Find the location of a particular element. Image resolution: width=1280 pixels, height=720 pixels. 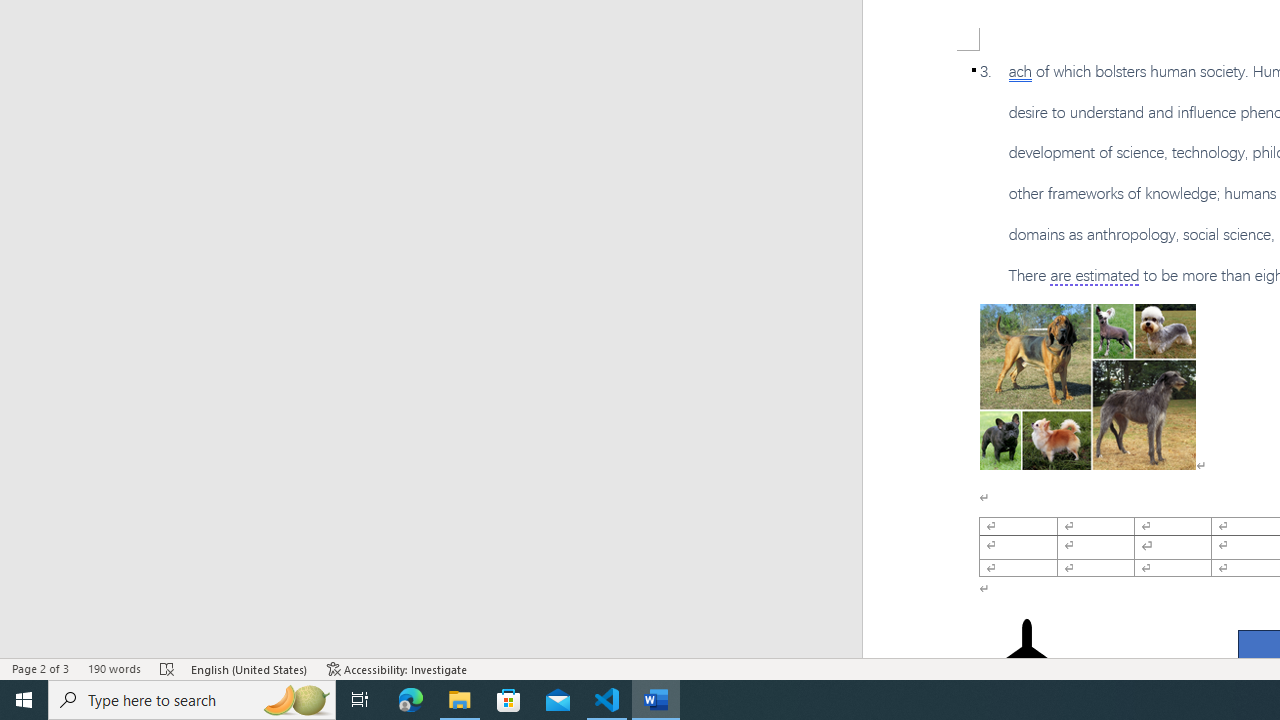

'Page Number Page 2 of 3' is located at coordinates (40, 669).